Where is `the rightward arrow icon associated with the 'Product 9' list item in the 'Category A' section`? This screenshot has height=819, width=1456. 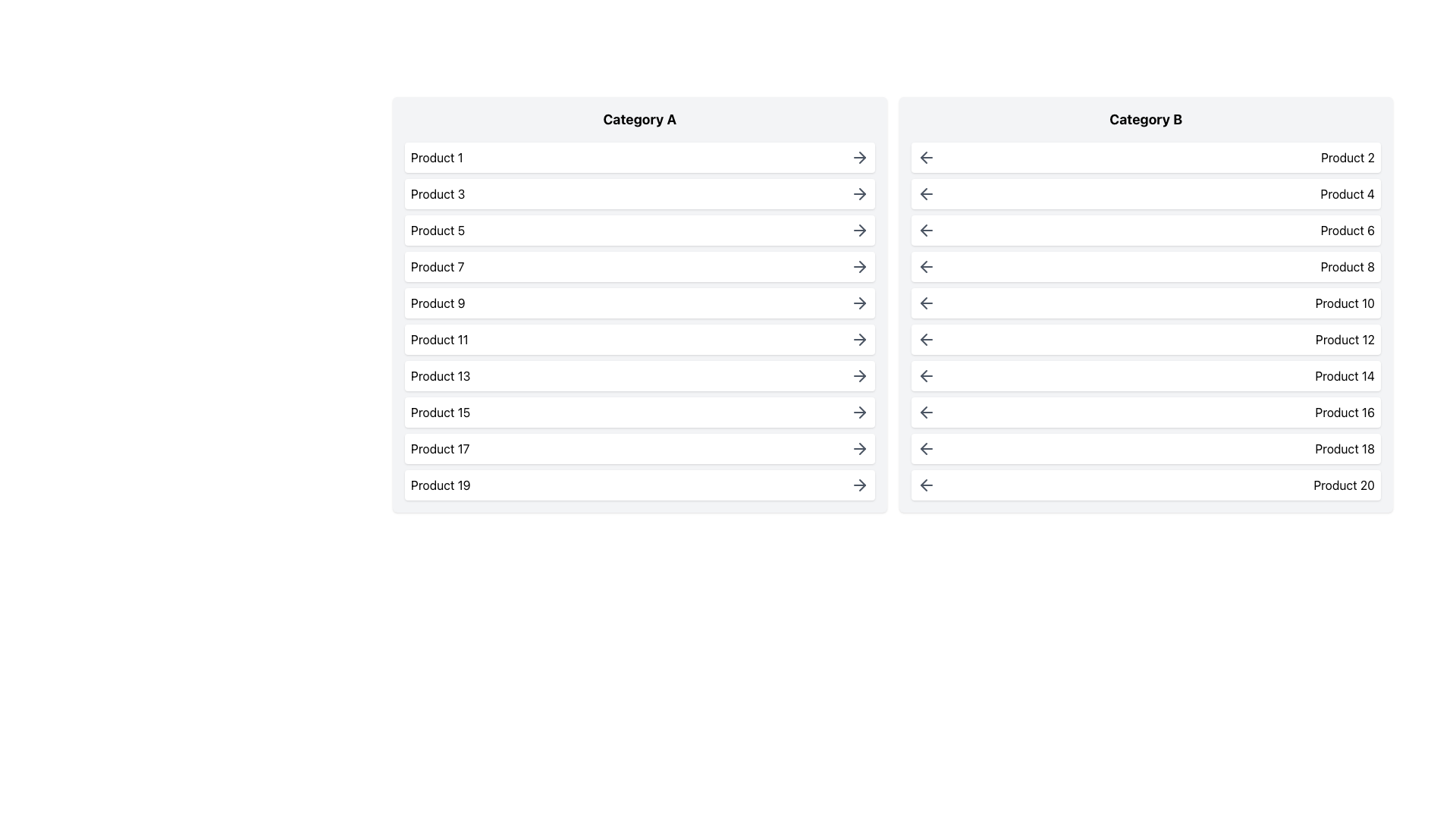
the rightward arrow icon associated with the 'Product 9' list item in the 'Category A' section is located at coordinates (859, 303).